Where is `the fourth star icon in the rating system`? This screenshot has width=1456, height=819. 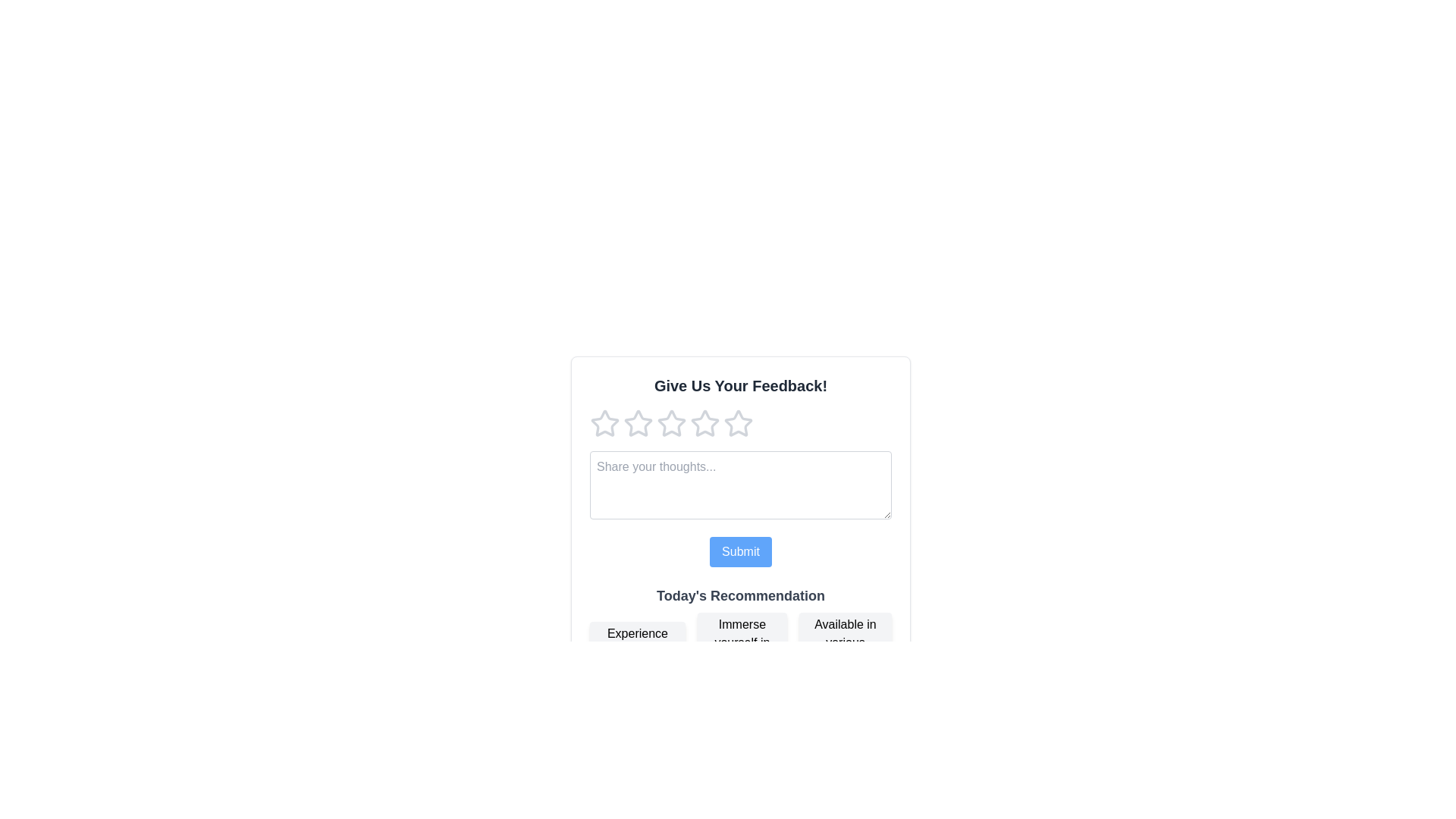 the fourth star icon in the rating system is located at coordinates (741, 424).